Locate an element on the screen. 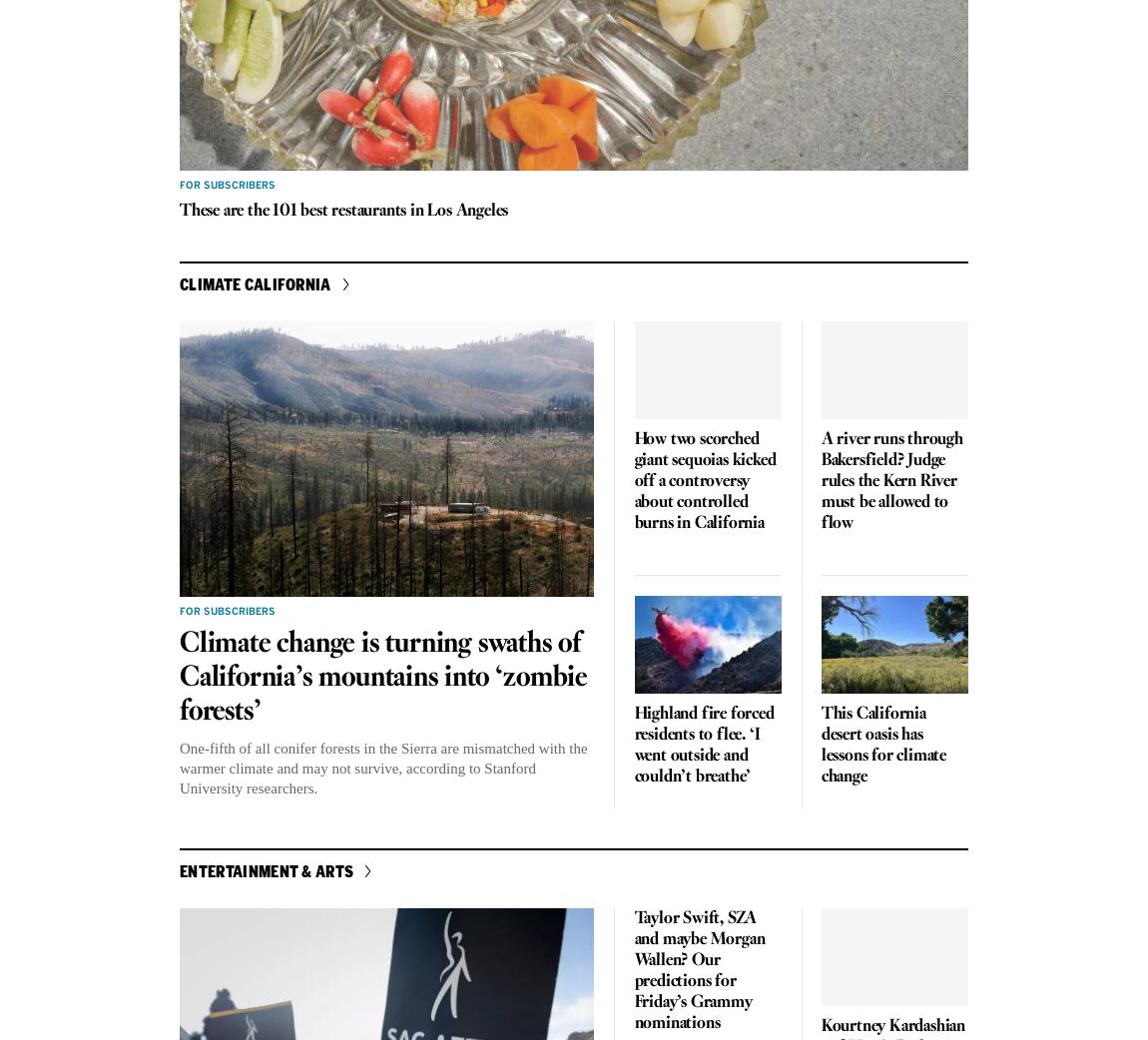 The width and height of the screenshot is (1148, 1040). 'A river runs through Bakersfield? Judge rules the Kern River must be allowed to flow' is located at coordinates (890, 481).